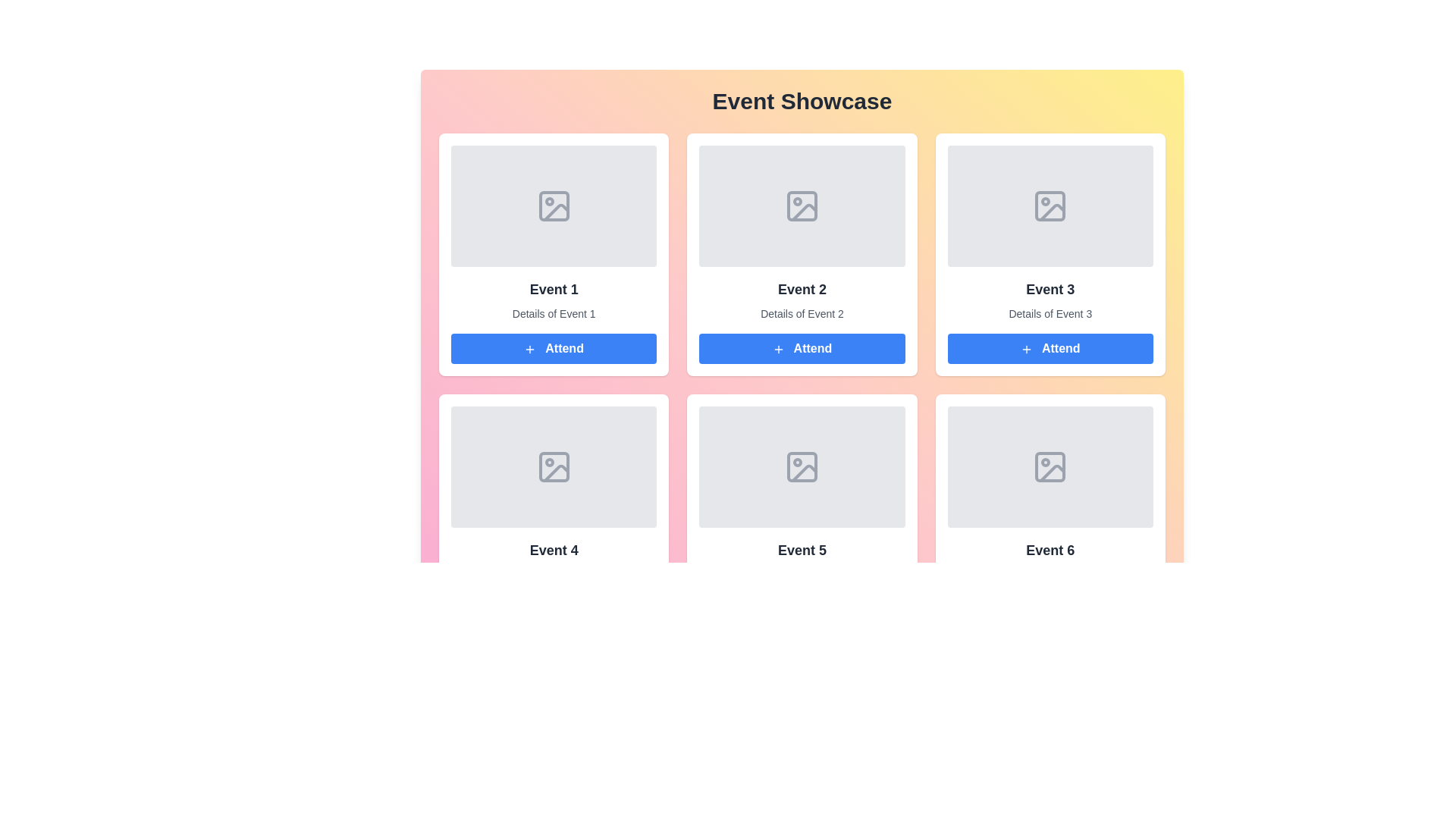 The width and height of the screenshot is (1456, 819). What do you see at coordinates (801, 206) in the screenshot?
I see `the SVG graphic element that represents an image placeholder in the second card of the top row in the grid layout` at bounding box center [801, 206].